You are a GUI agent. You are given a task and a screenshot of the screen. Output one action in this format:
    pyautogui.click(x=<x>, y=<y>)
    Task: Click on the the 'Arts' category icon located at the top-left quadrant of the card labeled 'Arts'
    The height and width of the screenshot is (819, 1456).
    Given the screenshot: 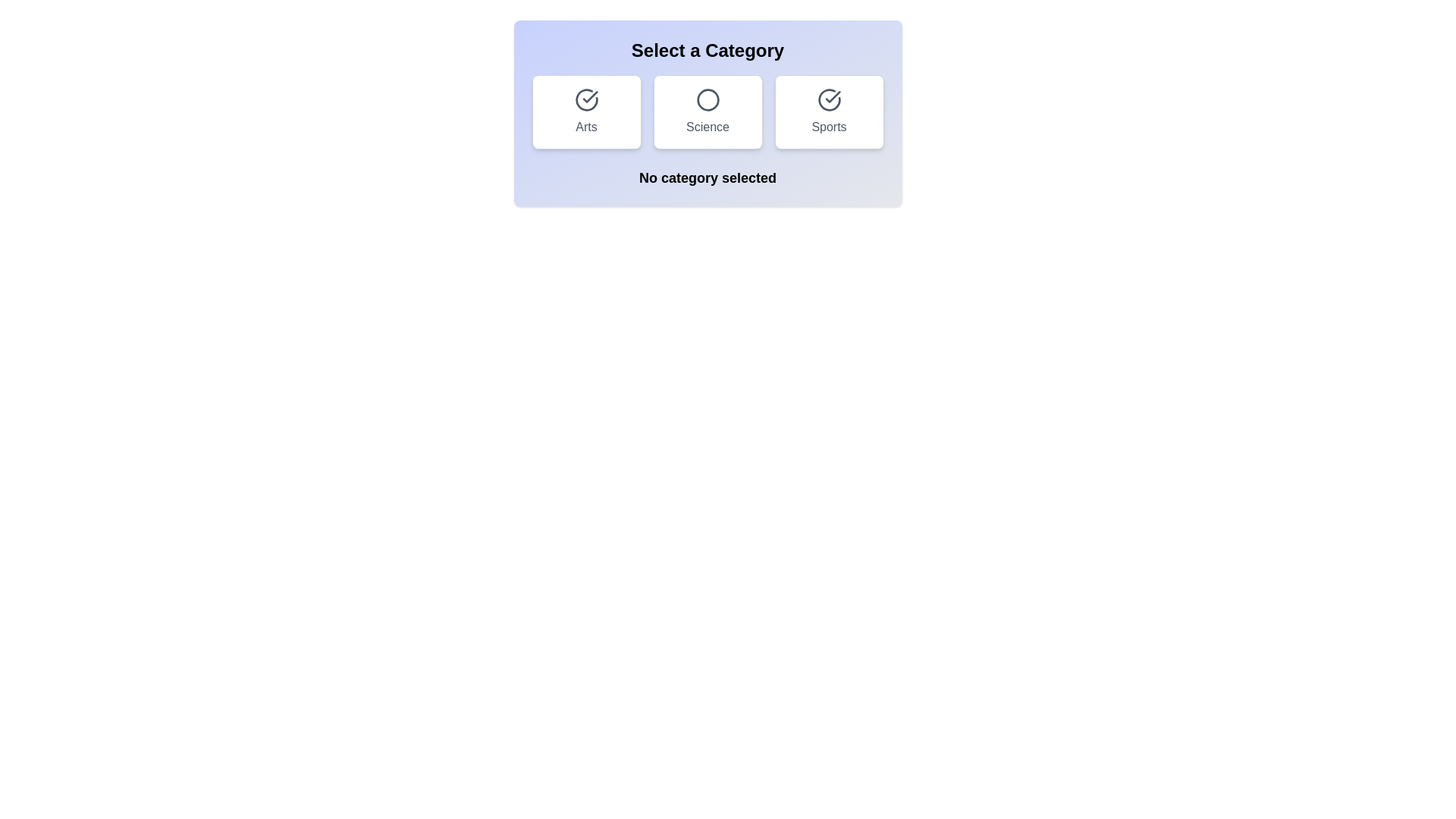 What is the action you would take?
    pyautogui.click(x=585, y=99)
    